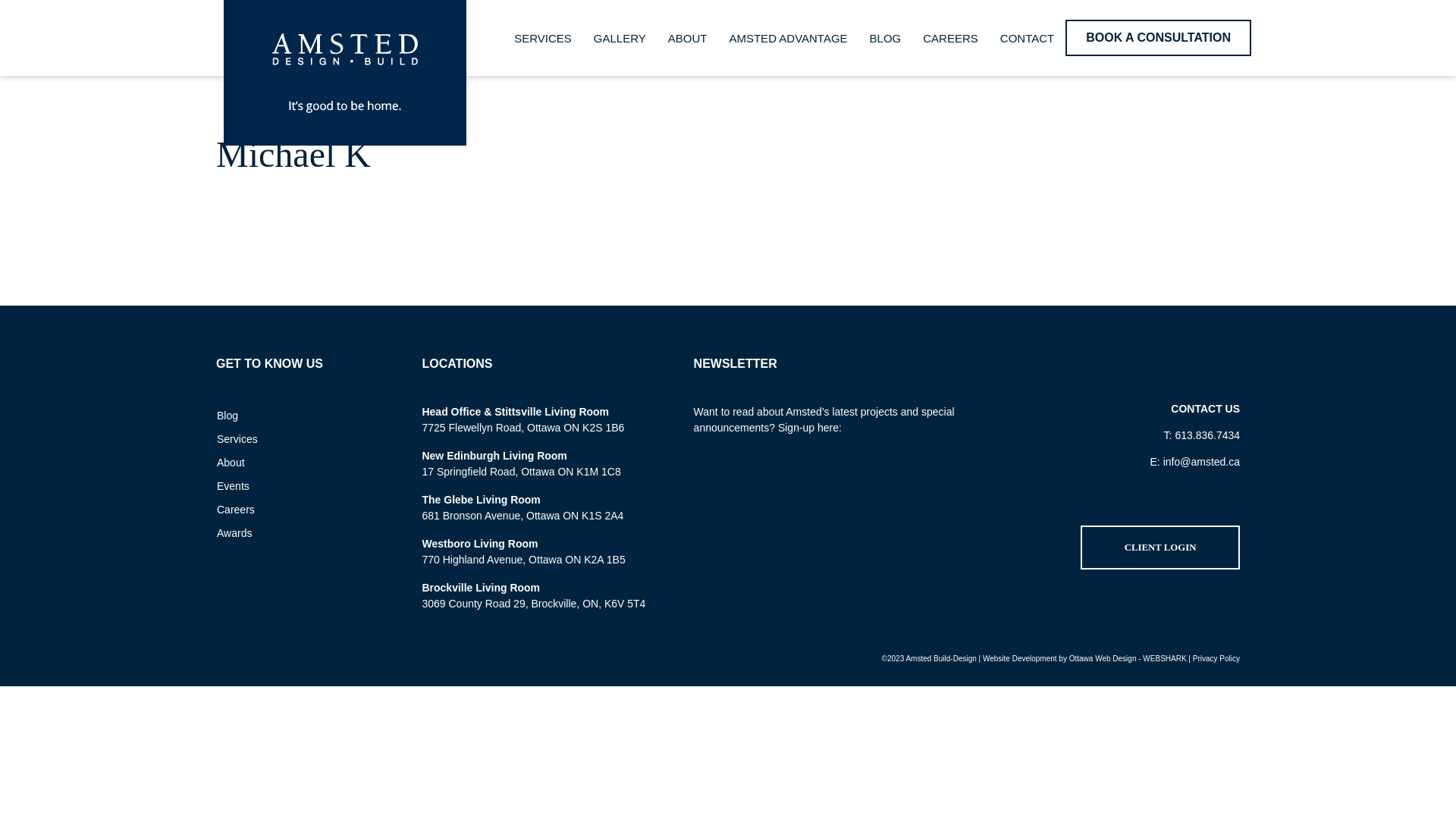  What do you see at coordinates (520, 470) in the screenshot?
I see `'17 Springfield Road, Ottawa ON K1M 1C8'` at bounding box center [520, 470].